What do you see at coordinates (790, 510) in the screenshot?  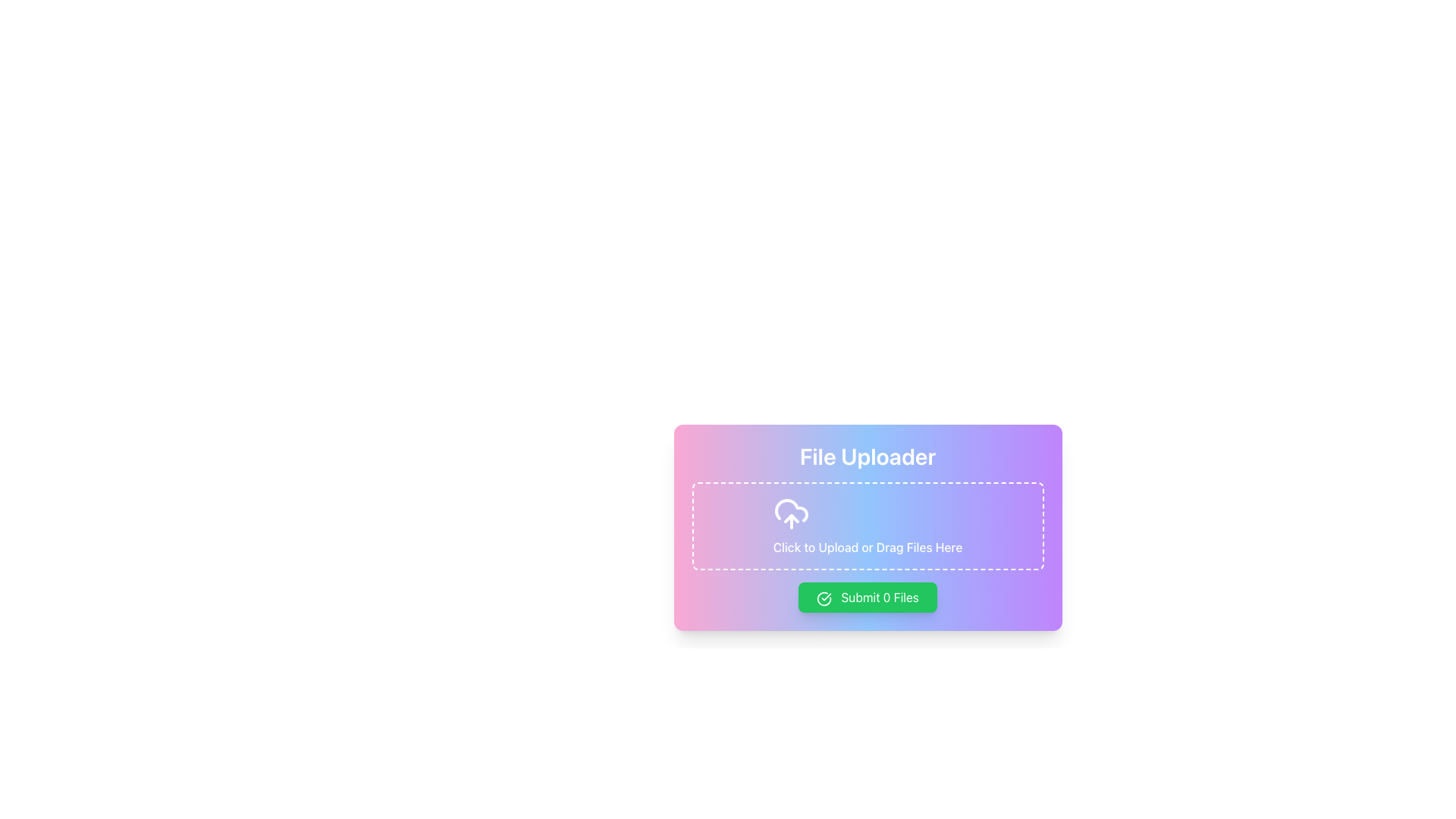 I see `the cloud icon in the file uploader module, which is centrally located above the 'Click to Upload or Drag Files Here.' text prompt` at bounding box center [790, 510].